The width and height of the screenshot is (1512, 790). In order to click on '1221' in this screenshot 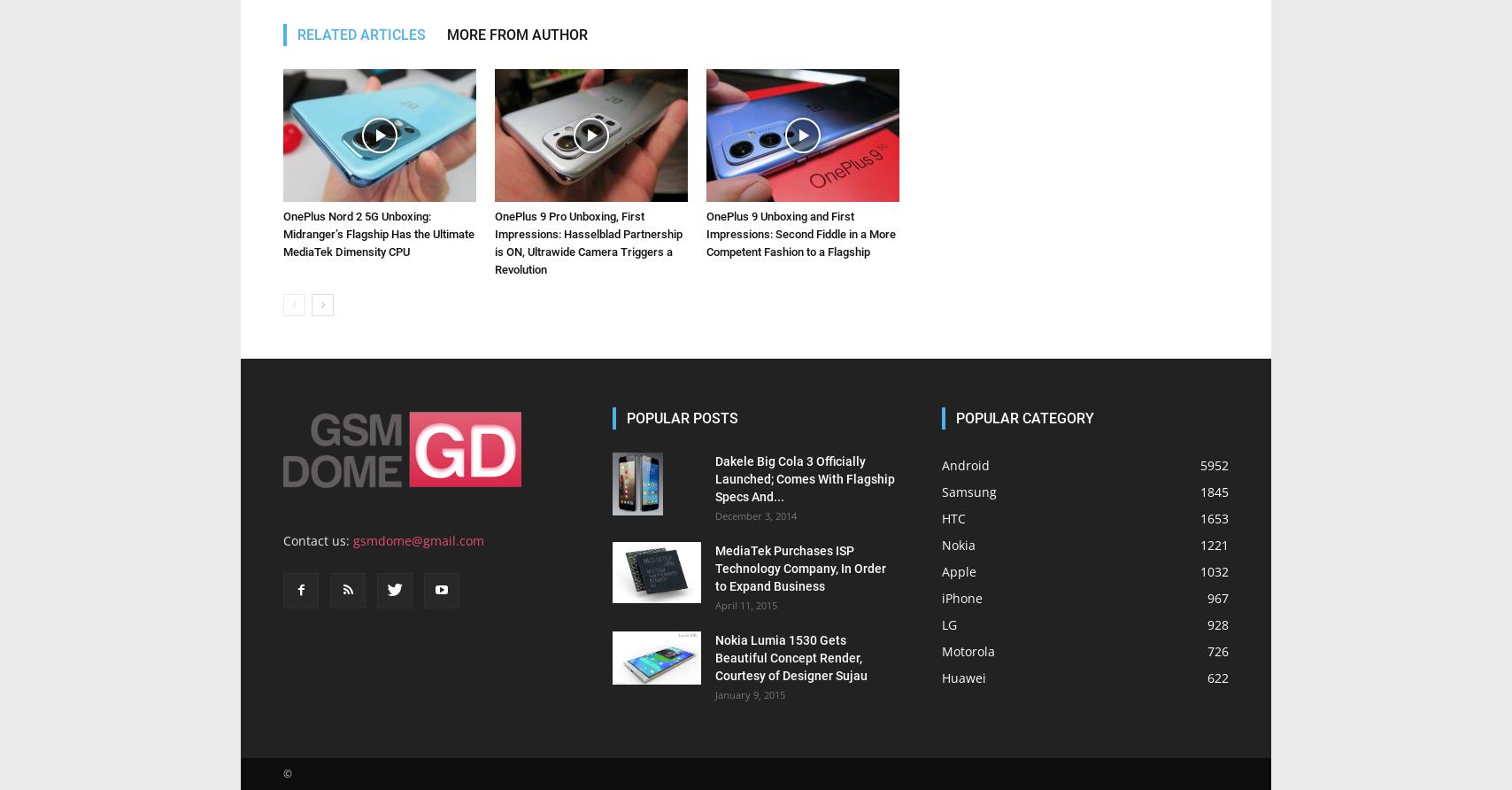, I will do `click(1215, 544)`.